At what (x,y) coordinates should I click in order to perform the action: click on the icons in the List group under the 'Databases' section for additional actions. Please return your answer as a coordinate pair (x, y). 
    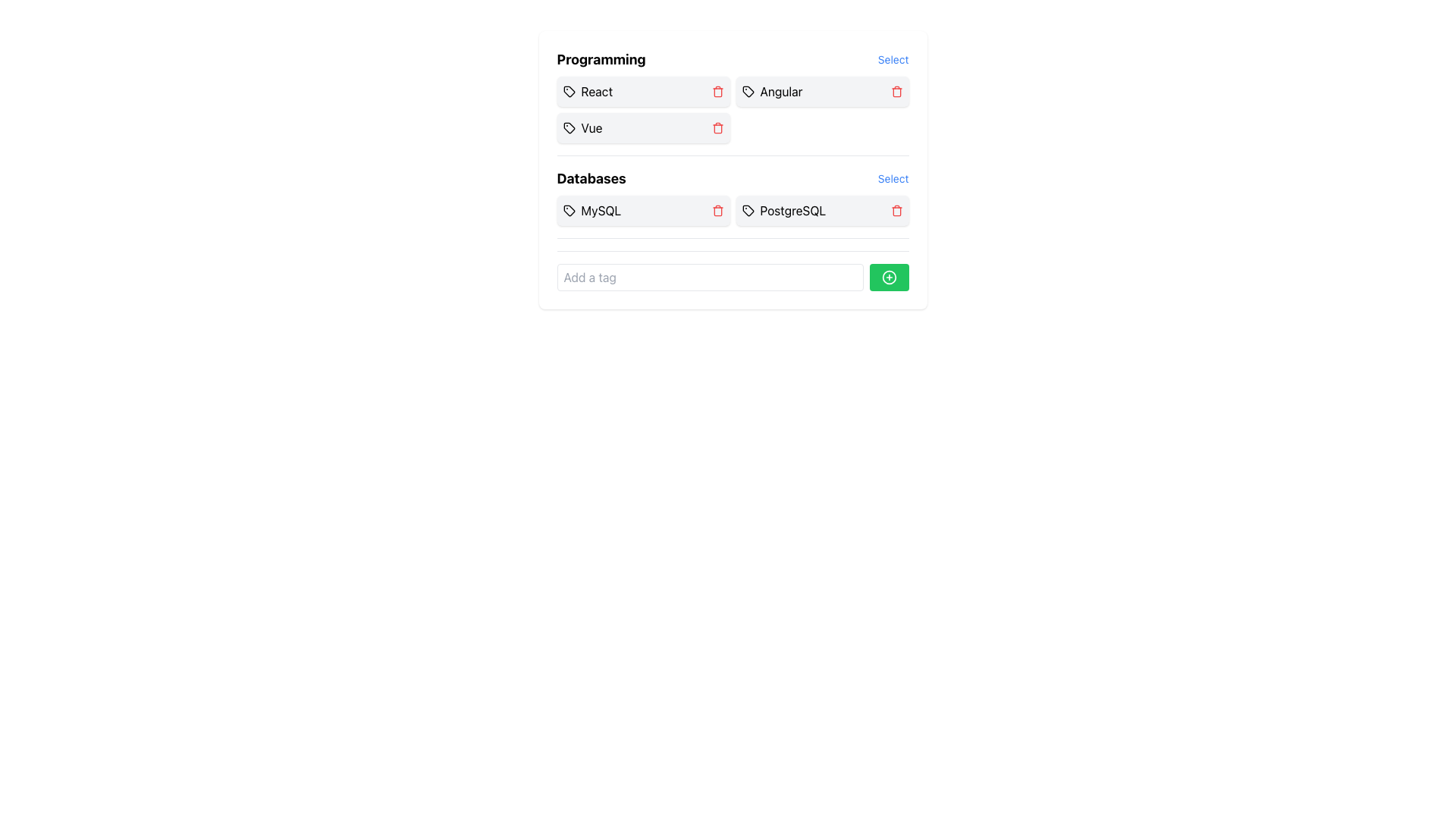
    Looking at the image, I should click on (733, 202).